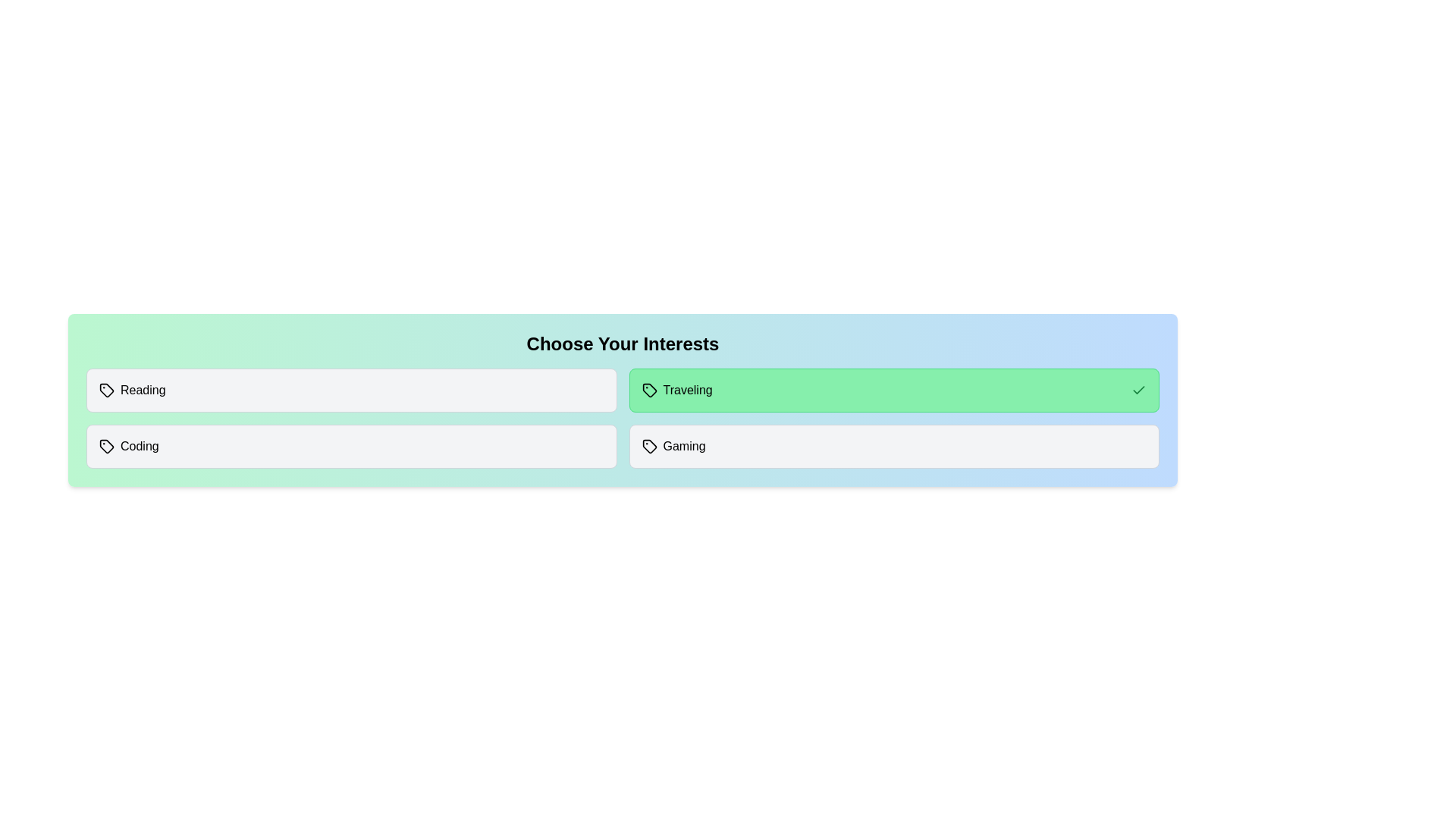 The height and width of the screenshot is (819, 1456). What do you see at coordinates (894, 390) in the screenshot?
I see `the interest button labeled Traveling` at bounding box center [894, 390].